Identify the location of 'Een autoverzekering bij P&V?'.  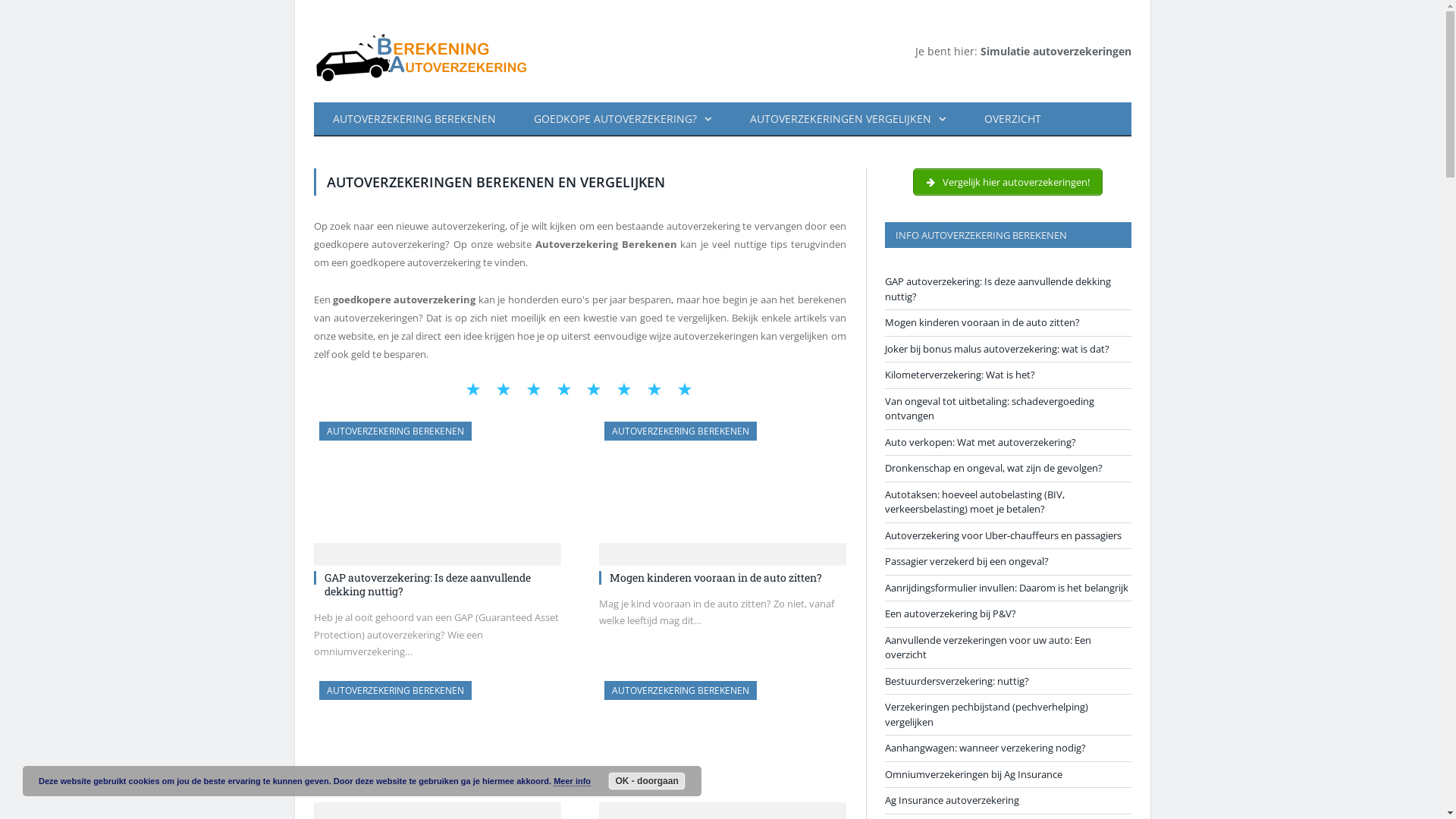
(949, 613).